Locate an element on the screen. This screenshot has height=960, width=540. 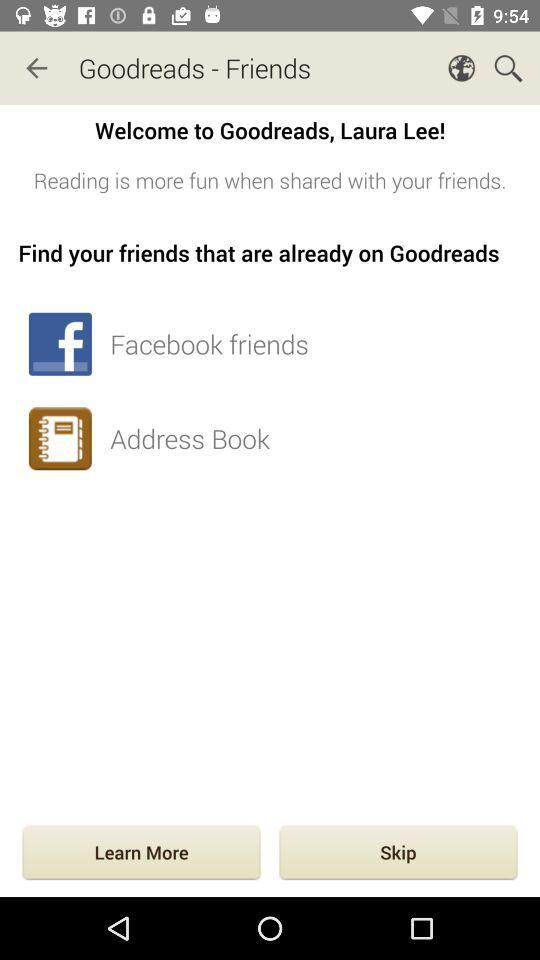
the icon at the top left corner is located at coordinates (36, 68).